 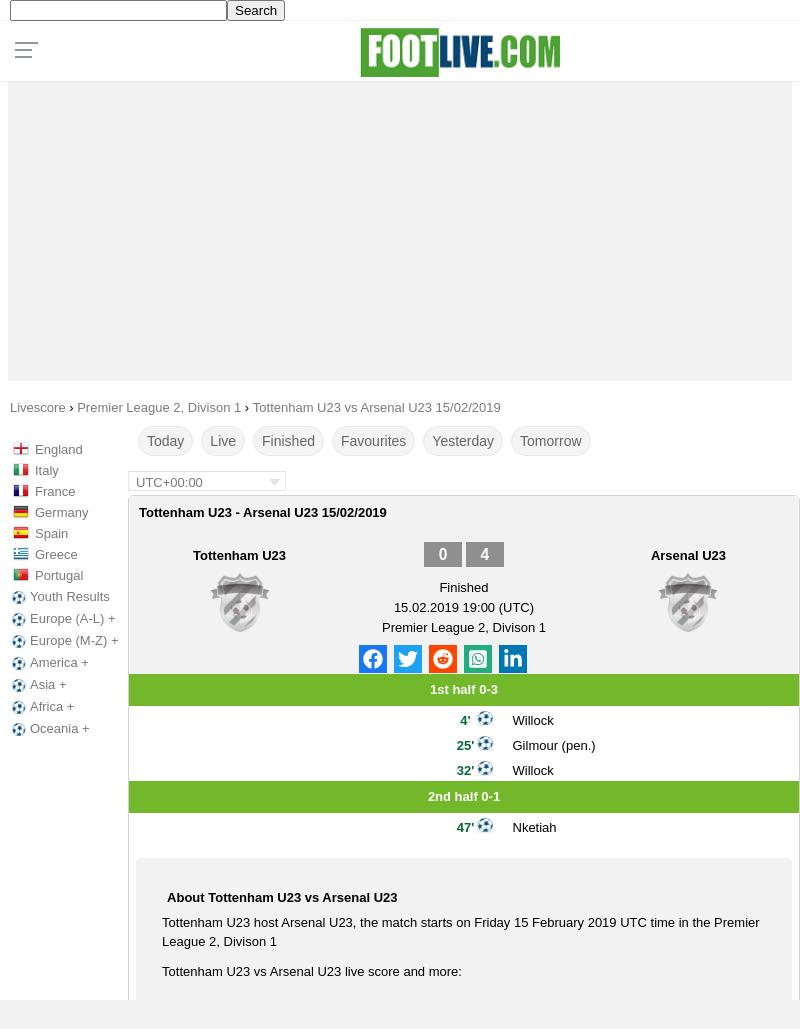 What do you see at coordinates (459, 931) in the screenshot?
I see `'Tottenham U23 host Arsenal U23, the match starts on Friday 15 February 2019 UTC time in the  Premier League 2, Divison 1'` at bounding box center [459, 931].